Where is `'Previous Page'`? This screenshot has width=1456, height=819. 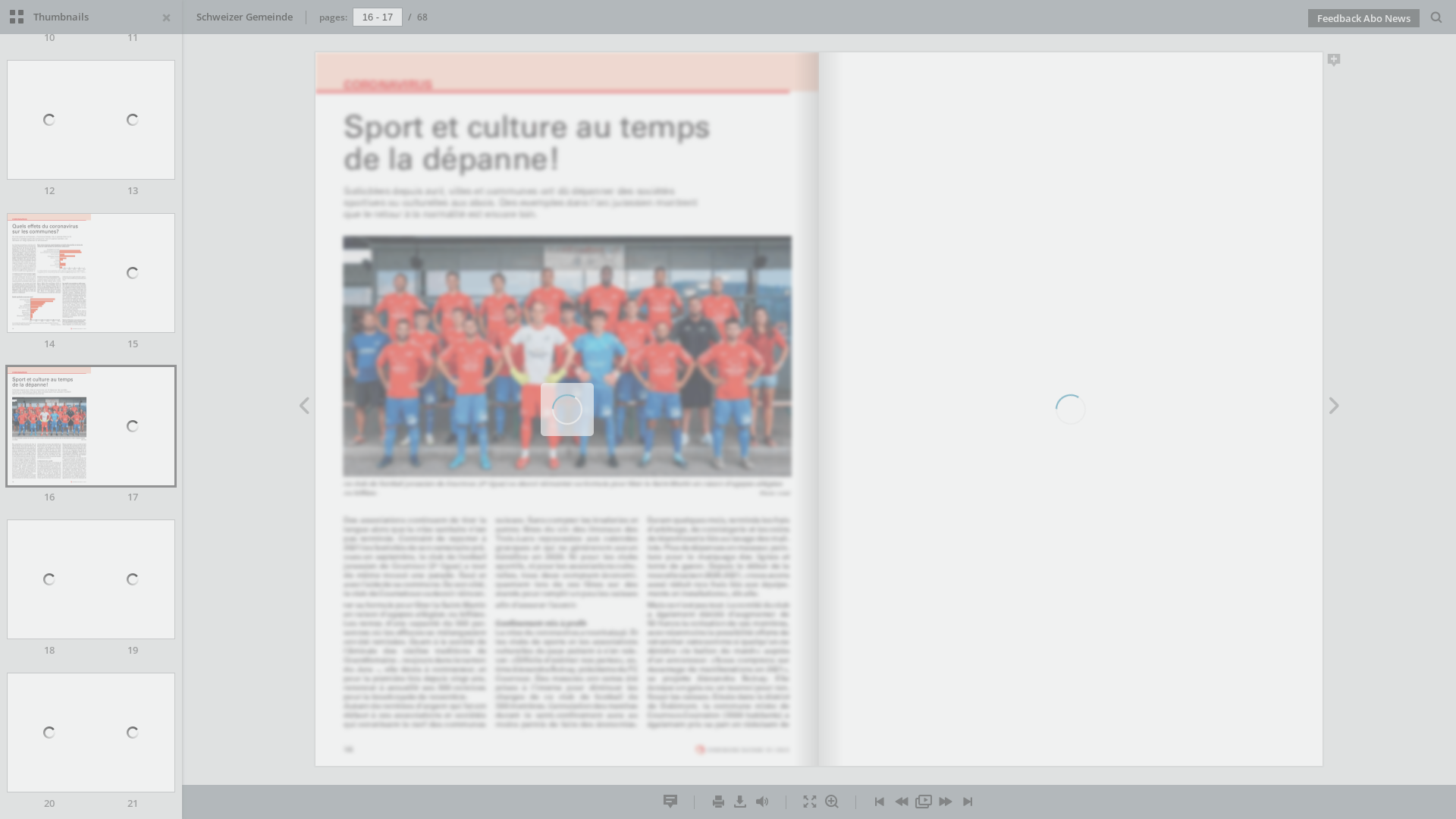
'Previous Page' is located at coordinates (303, 406).